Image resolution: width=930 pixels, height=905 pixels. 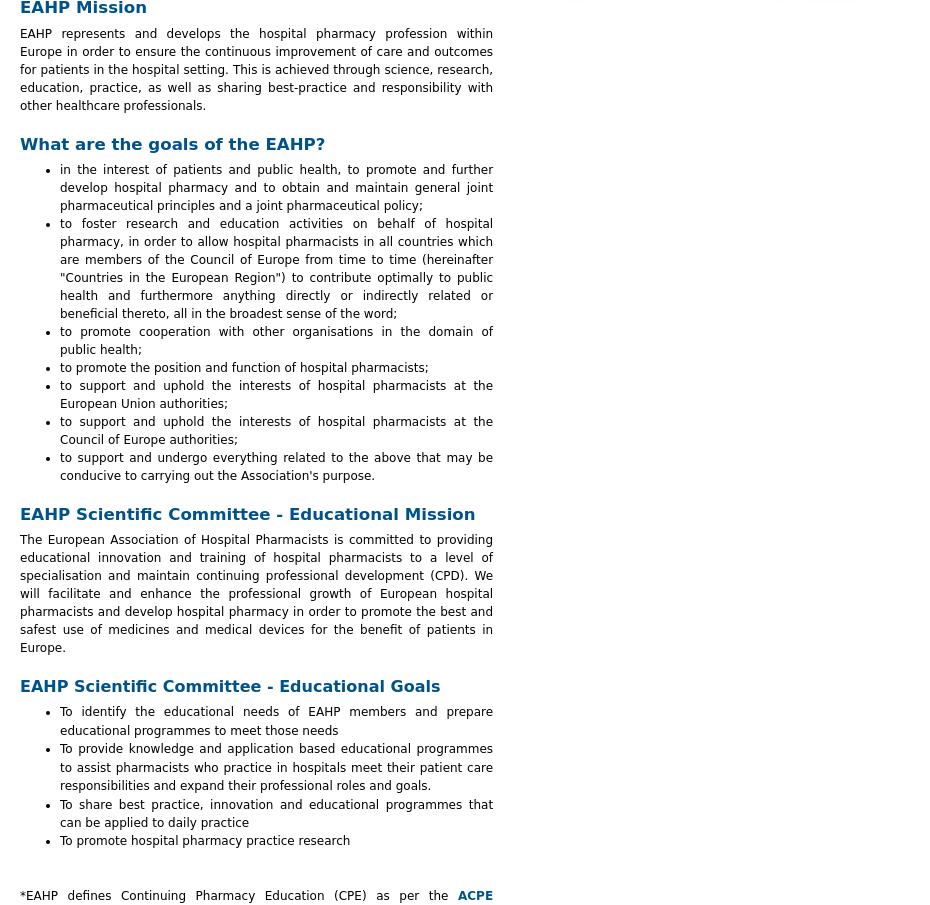 I want to click on 'To promote hospital pharmacy practice research', so click(x=58, y=840).